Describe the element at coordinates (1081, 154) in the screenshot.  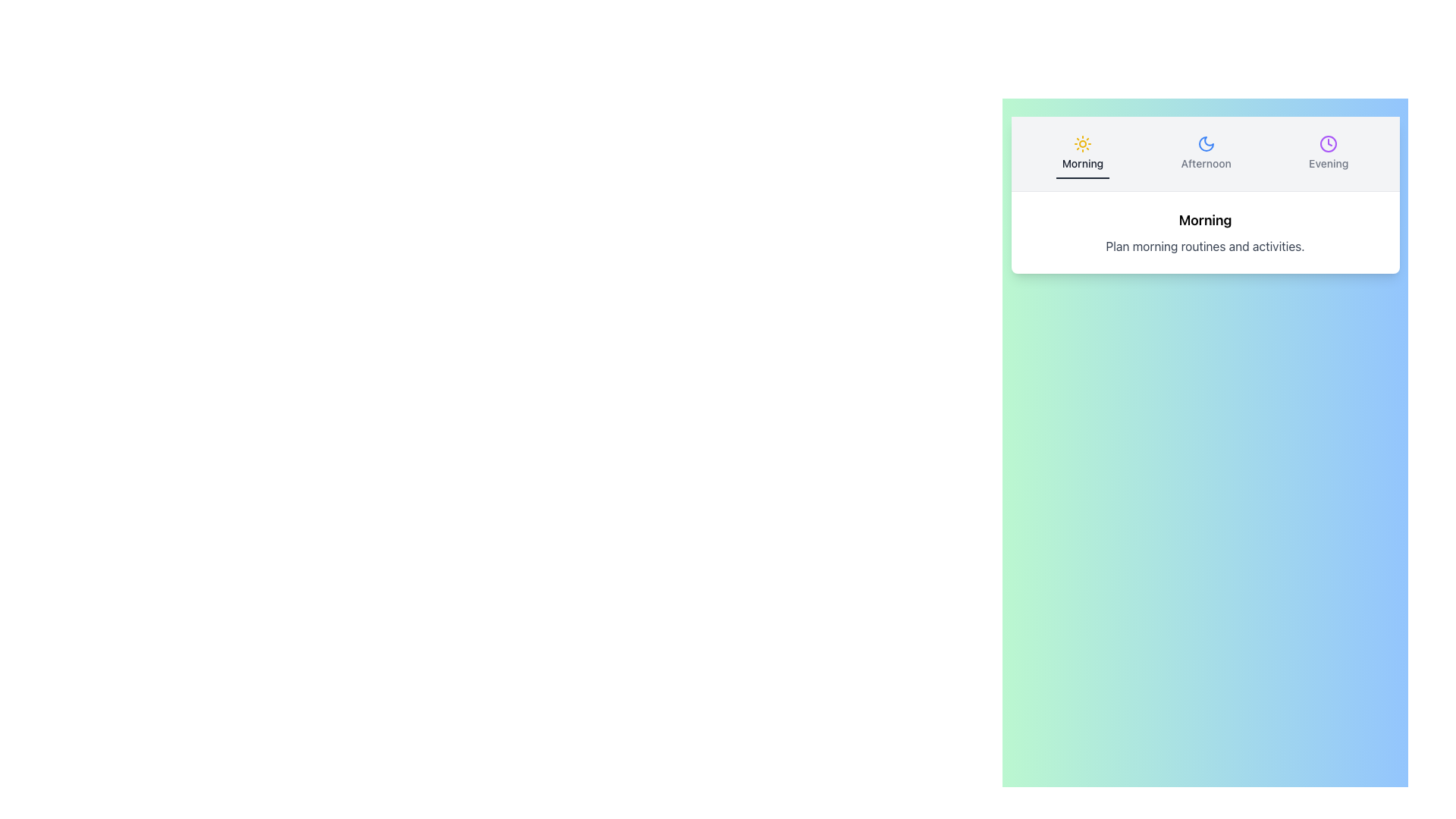
I see `the 'Morning' button located at the top of the application's main section` at that location.